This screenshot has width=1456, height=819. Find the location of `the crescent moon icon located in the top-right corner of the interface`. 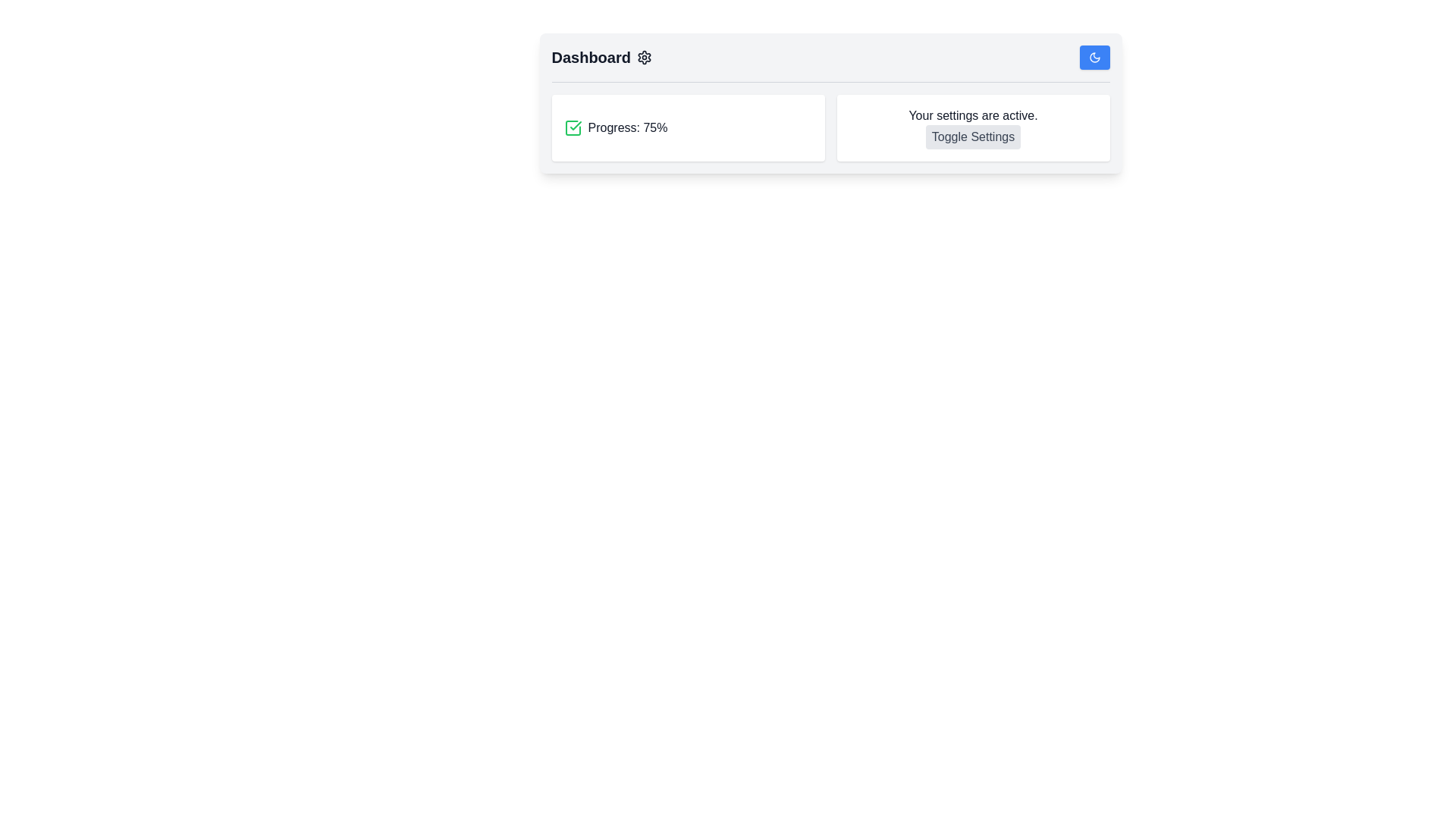

the crescent moon icon located in the top-right corner of the interface is located at coordinates (1094, 57).